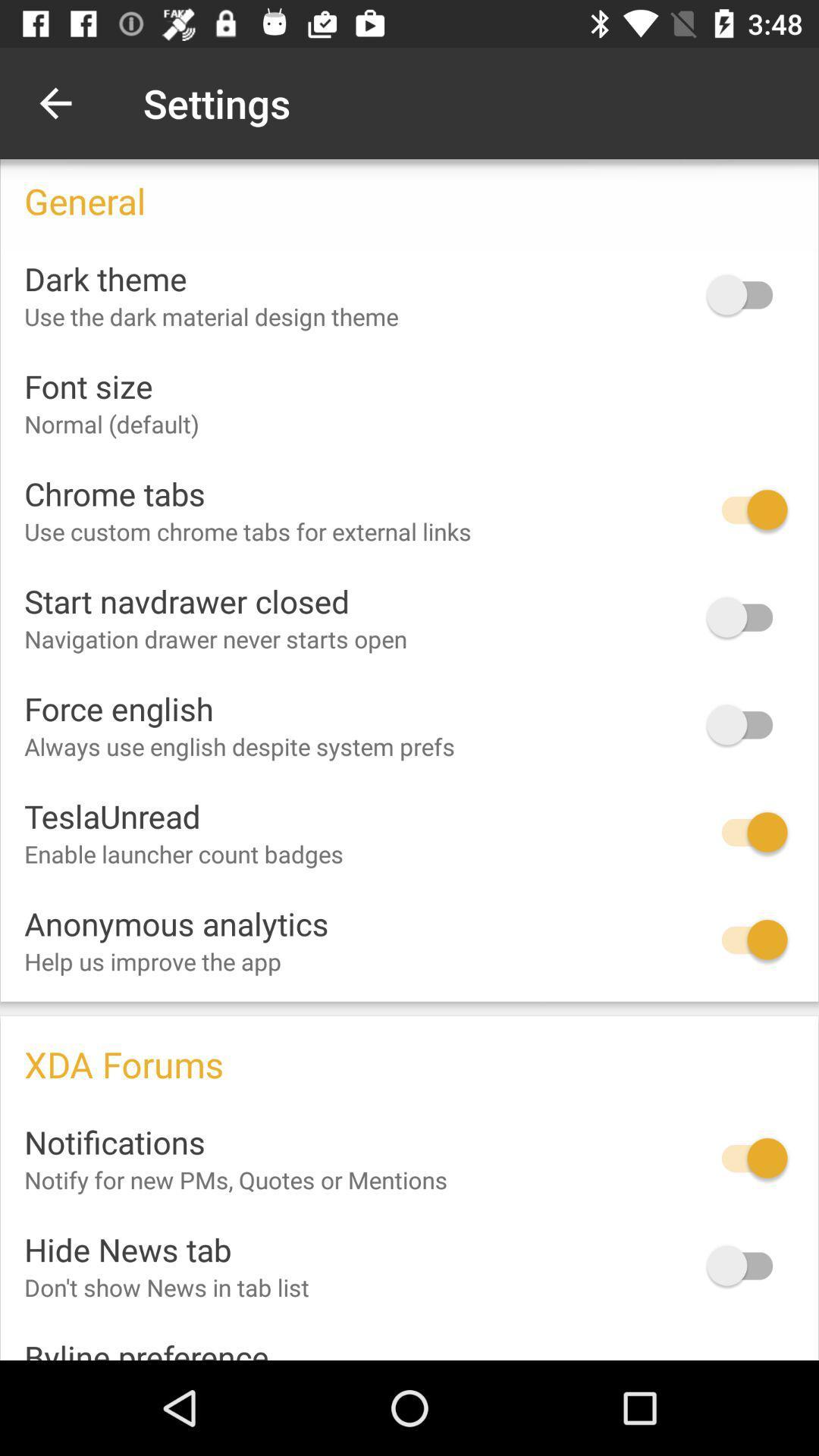  What do you see at coordinates (746, 939) in the screenshot?
I see `turn on analytics` at bounding box center [746, 939].